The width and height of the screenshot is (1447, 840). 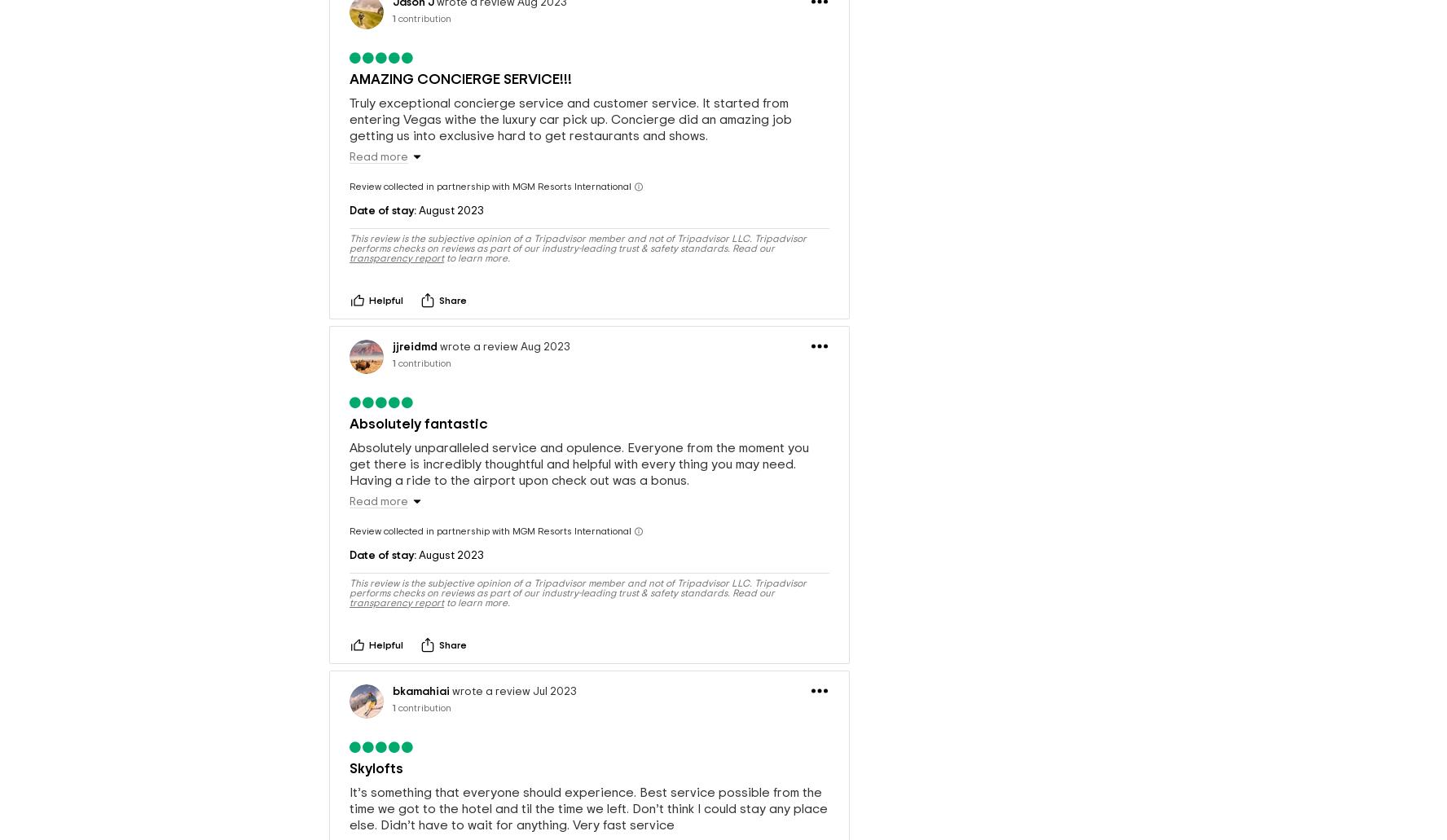 I want to click on 'Truly exceptional concierge service and customer service.  It started from entering Vegas withe the luxury car pick up.  Concierge did an amazing job getting us into exclusive hard to get restaurants and shows.', so click(x=570, y=92).